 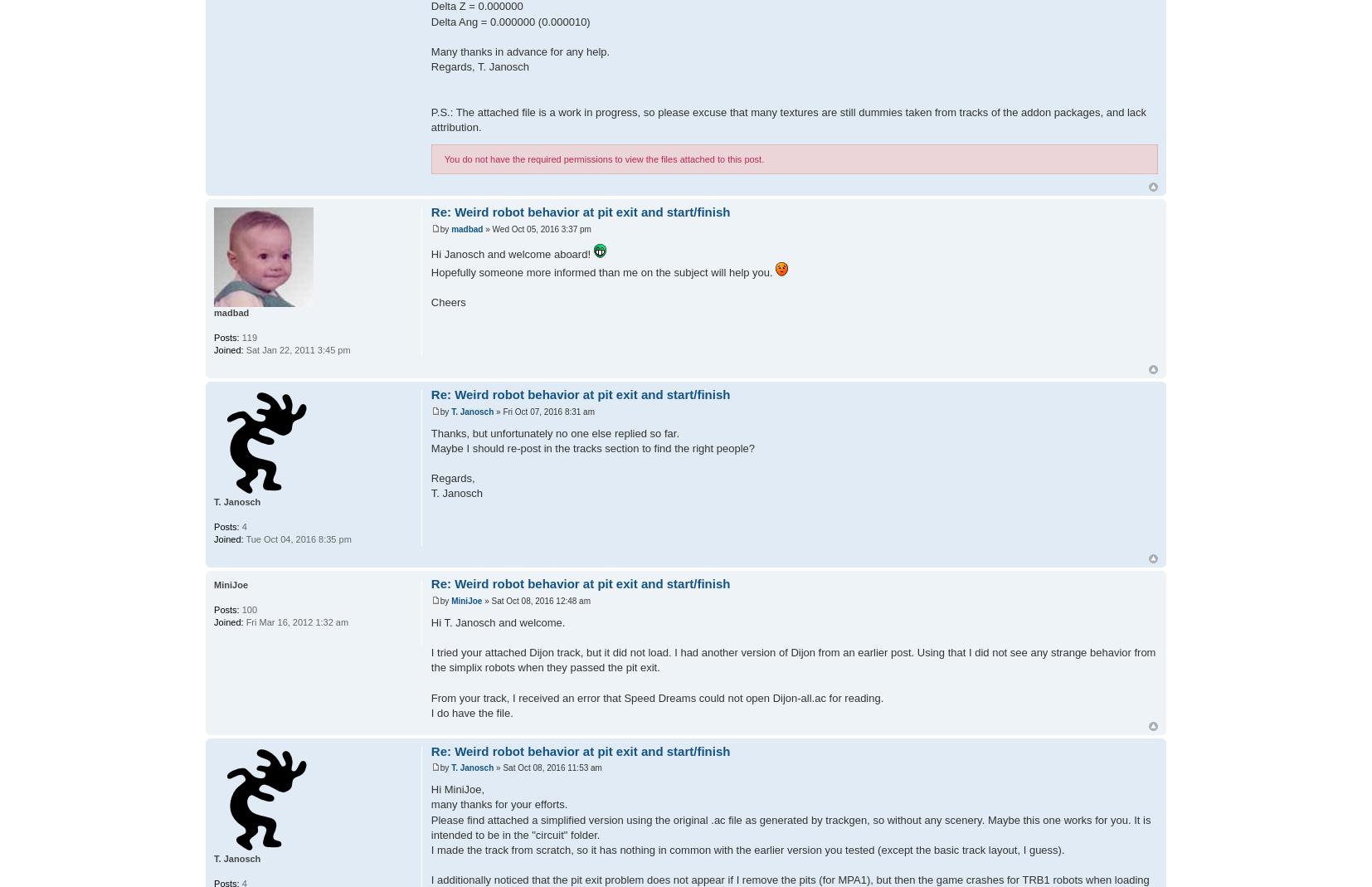 What do you see at coordinates (431, 660) in the screenshot?
I see `'I tried your attached Dijon track, but it did not load. I had another version of Dijon from an earlier post. Using that I did not see any strange behavior from the simplix robots when they passed the pit exit.'` at bounding box center [431, 660].